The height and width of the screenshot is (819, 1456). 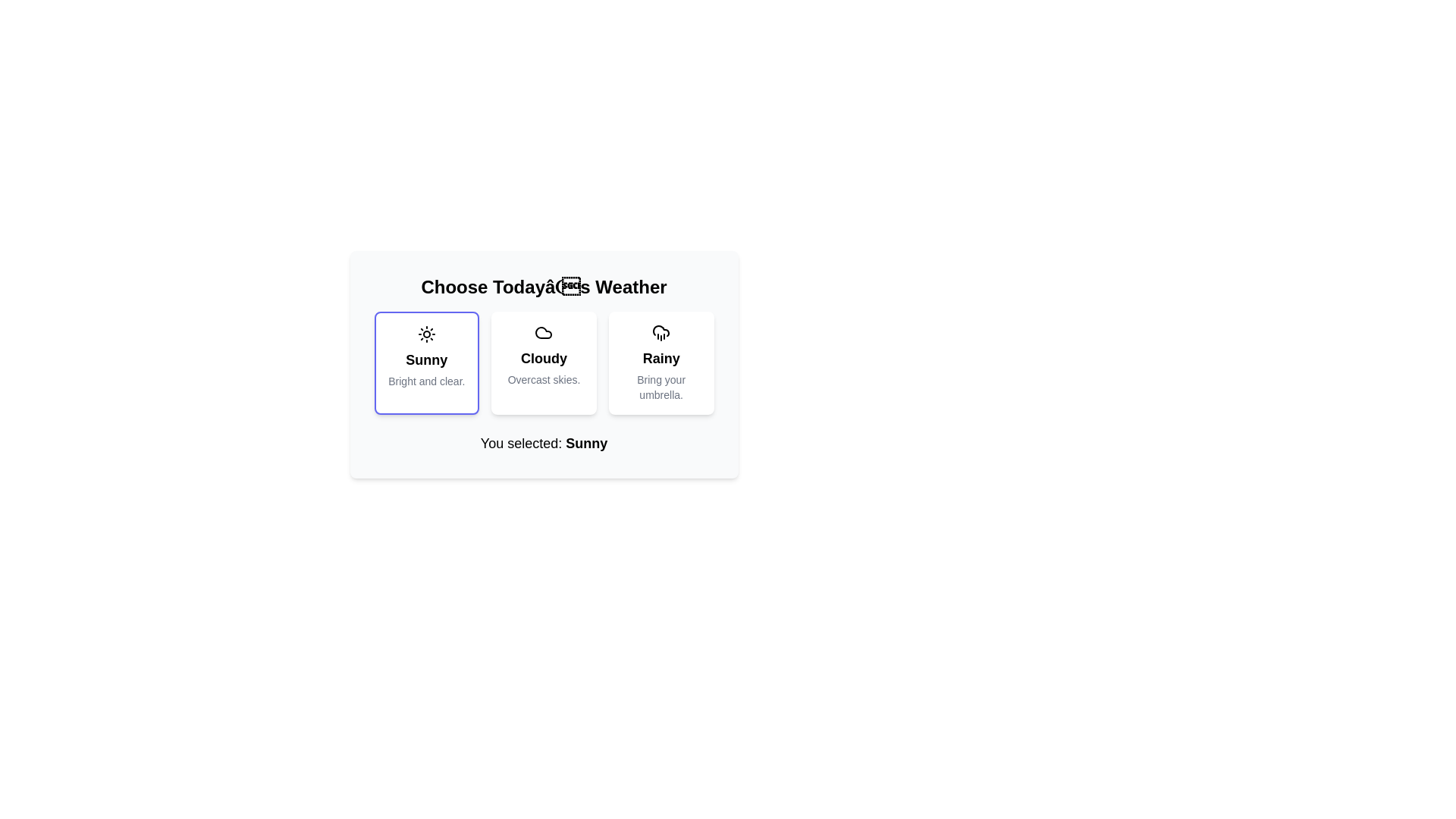 What do you see at coordinates (425, 333) in the screenshot?
I see `the 'Sunny' weather icon located in the upper section of the 'Sunny' card, which is centered horizontally above the text labels 'Sunny' and 'Bright and clear.'` at bounding box center [425, 333].